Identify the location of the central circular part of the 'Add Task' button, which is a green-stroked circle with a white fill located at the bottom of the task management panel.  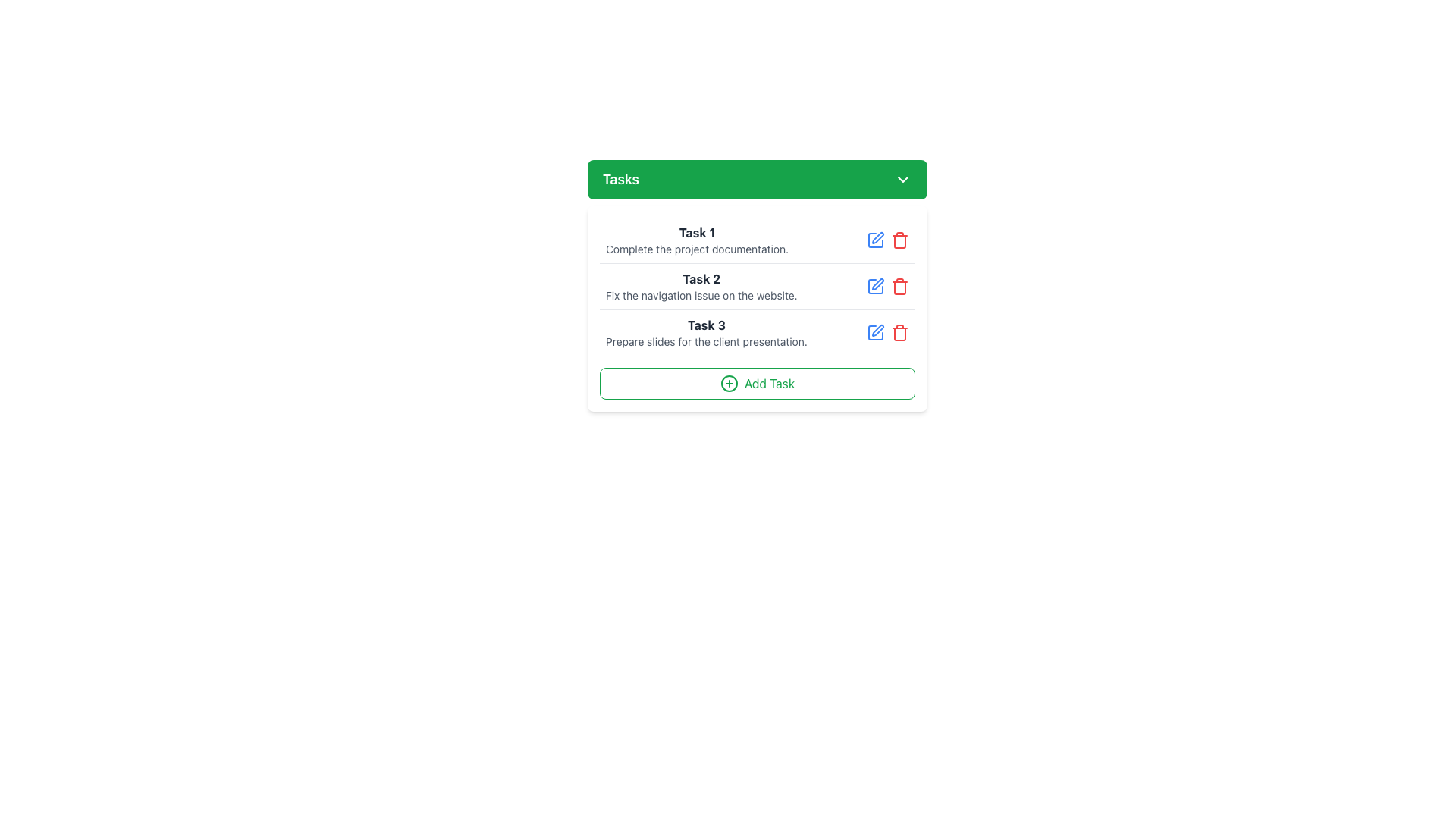
(729, 382).